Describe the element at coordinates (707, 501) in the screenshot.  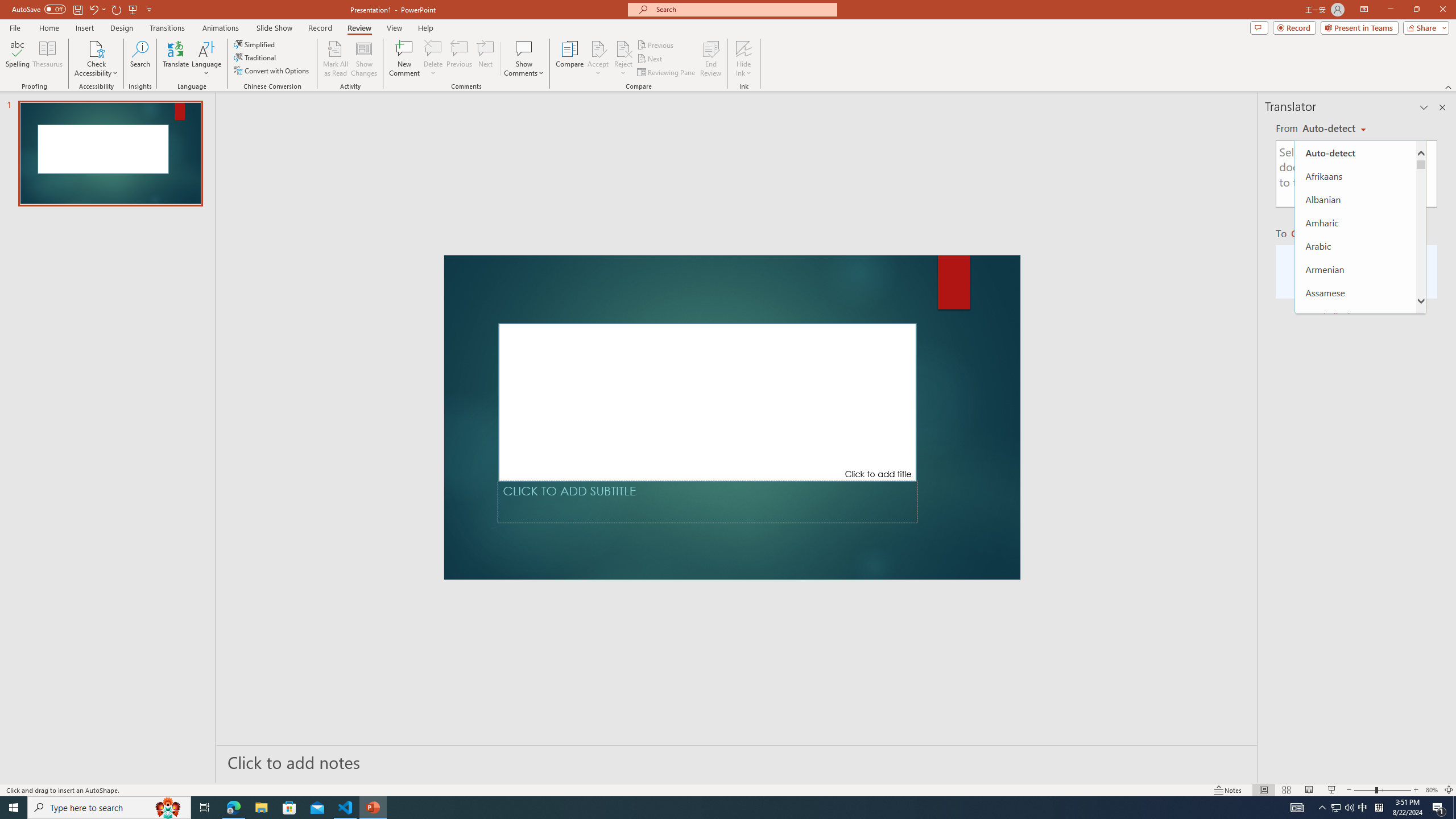
I see `'Subtitle TextBox'` at that location.